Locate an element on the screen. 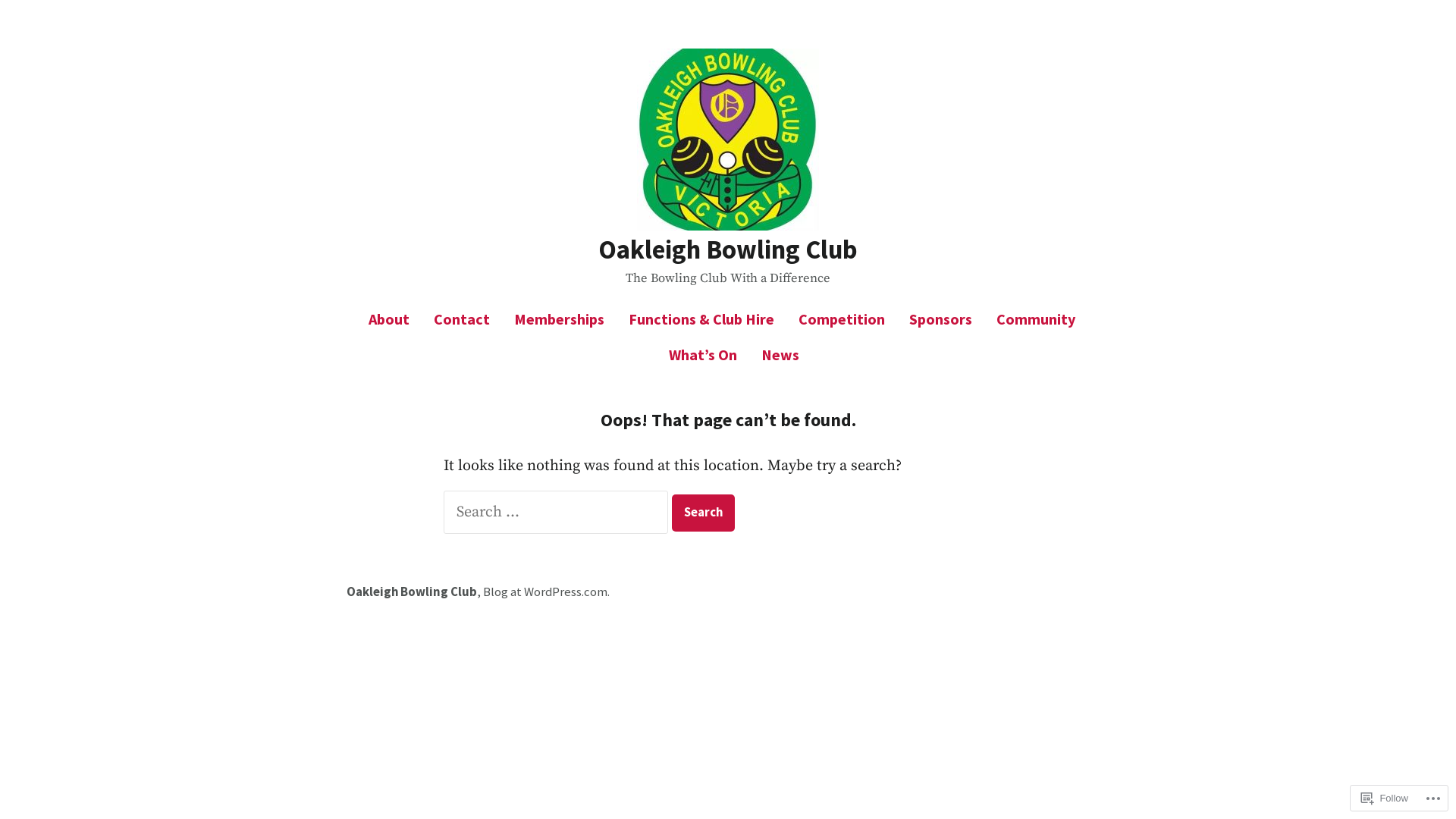  'Memberships' is located at coordinates (558, 318).